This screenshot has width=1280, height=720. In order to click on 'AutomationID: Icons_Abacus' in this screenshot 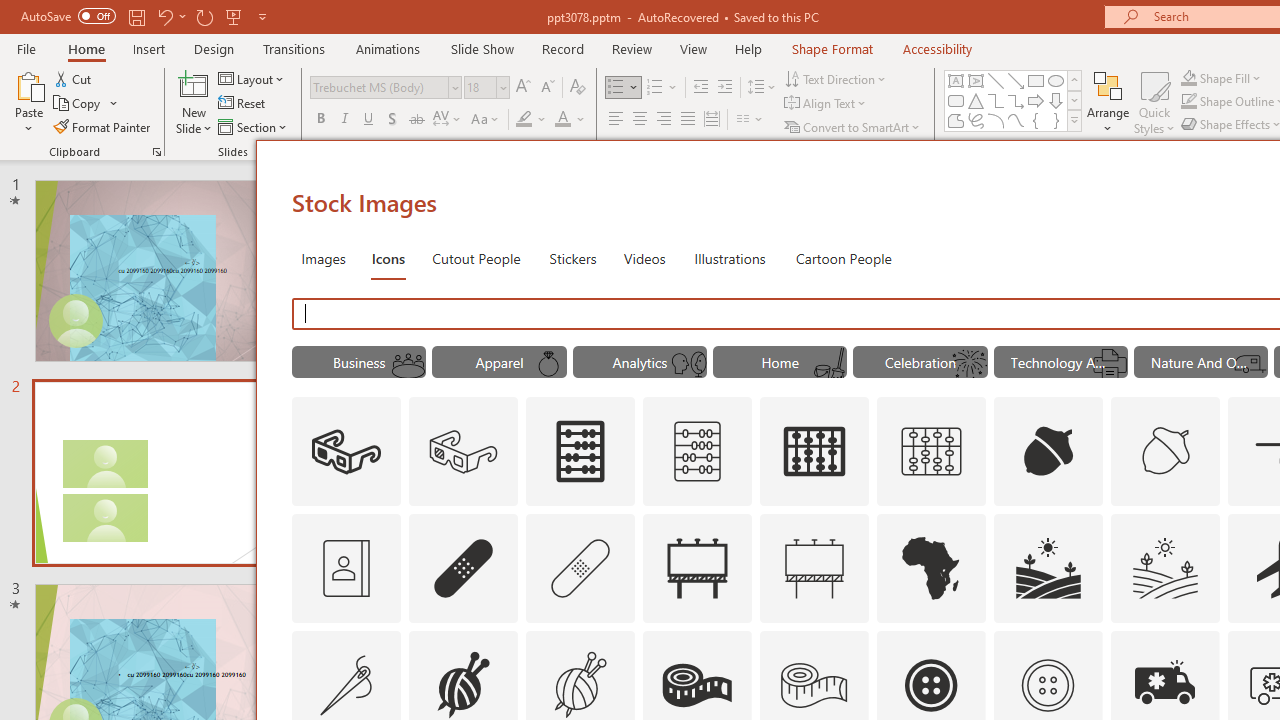, I will do `click(580, 452)`.